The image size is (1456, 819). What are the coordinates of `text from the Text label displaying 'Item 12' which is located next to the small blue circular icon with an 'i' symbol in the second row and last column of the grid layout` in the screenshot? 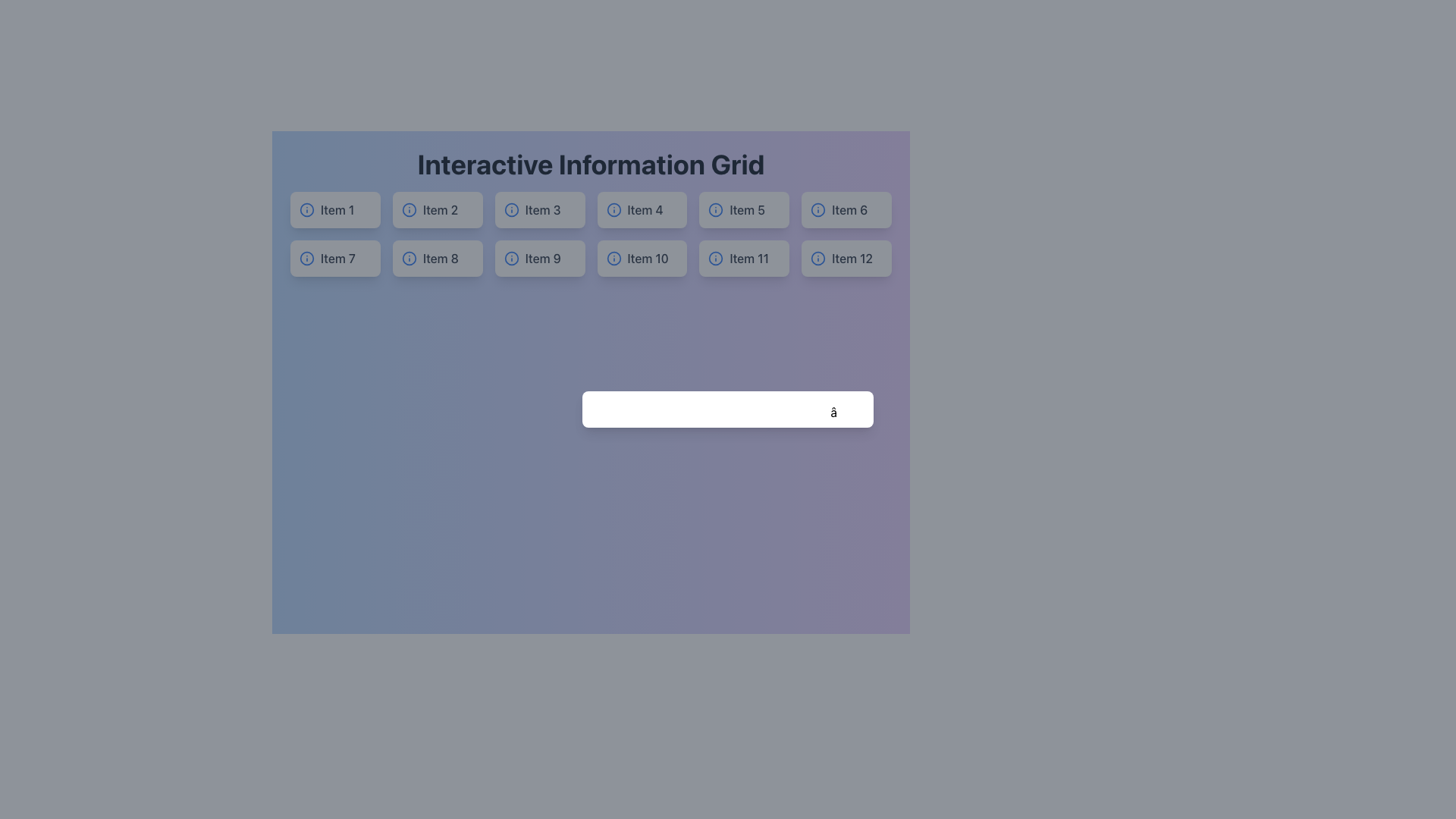 It's located at (852, 257).